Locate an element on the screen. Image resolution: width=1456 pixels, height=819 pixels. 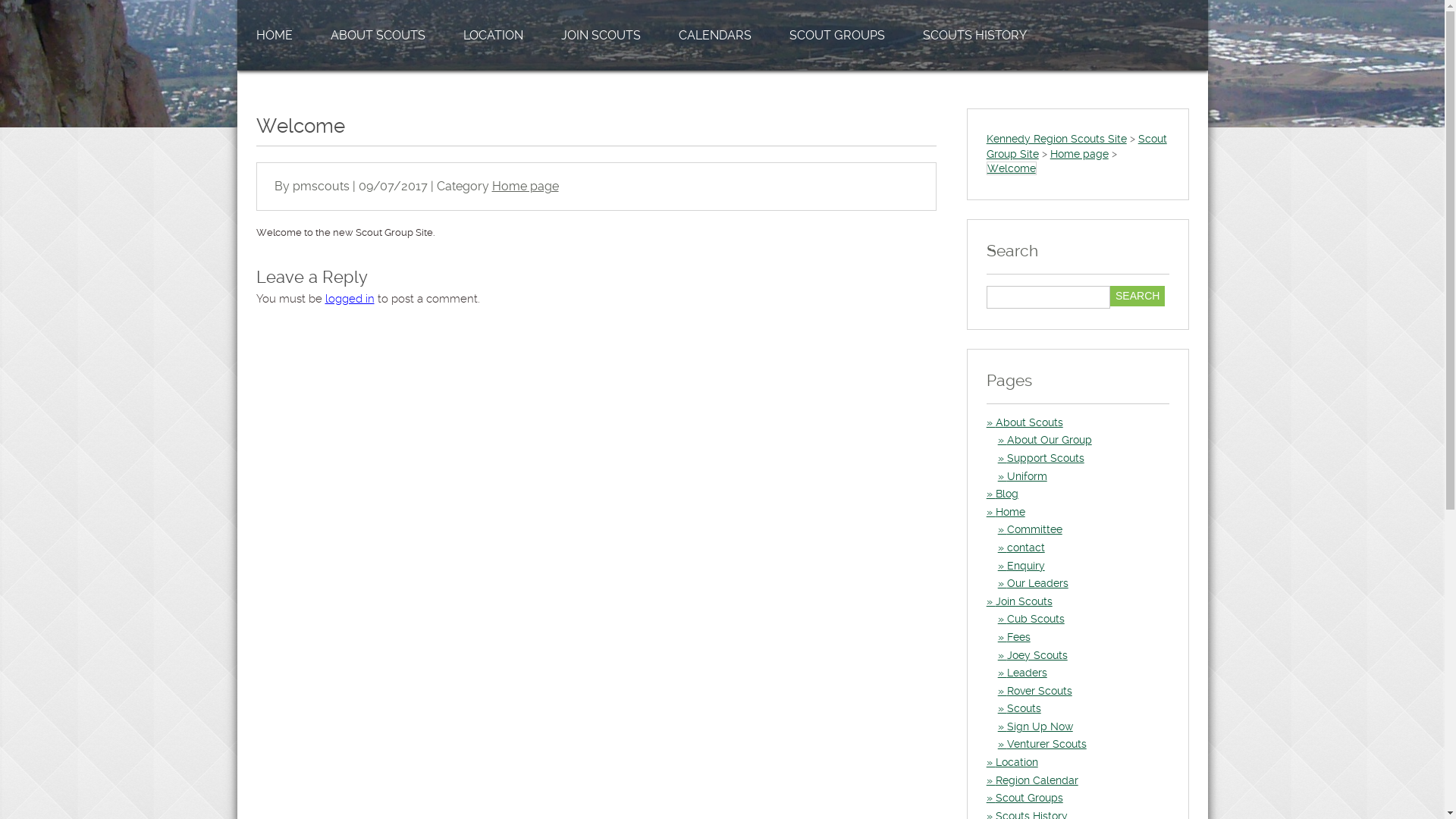
'Blog' is located at coordinates (1002, 494).